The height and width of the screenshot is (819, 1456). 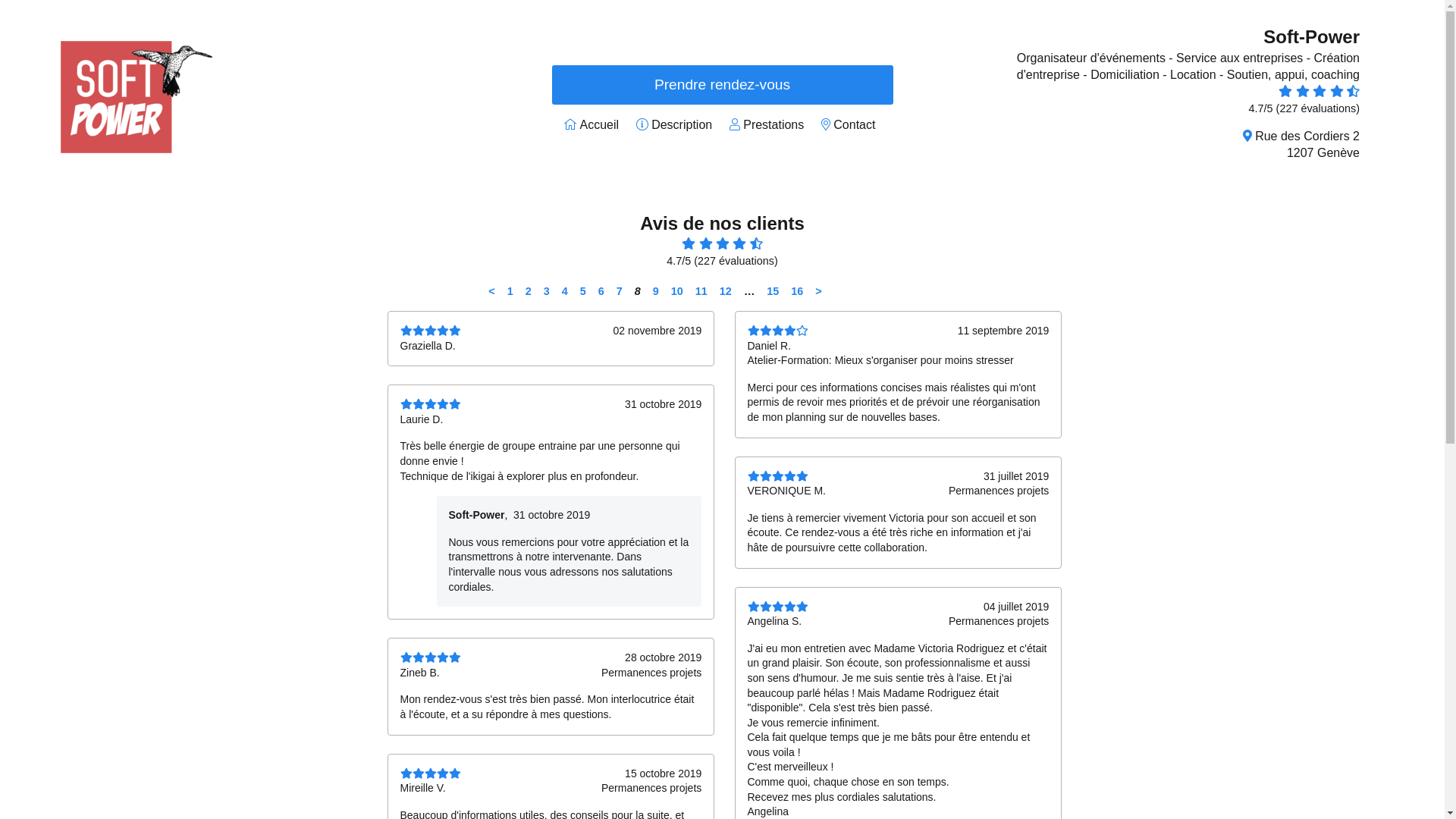 I want to click on '6', so click(x=600, y=291).